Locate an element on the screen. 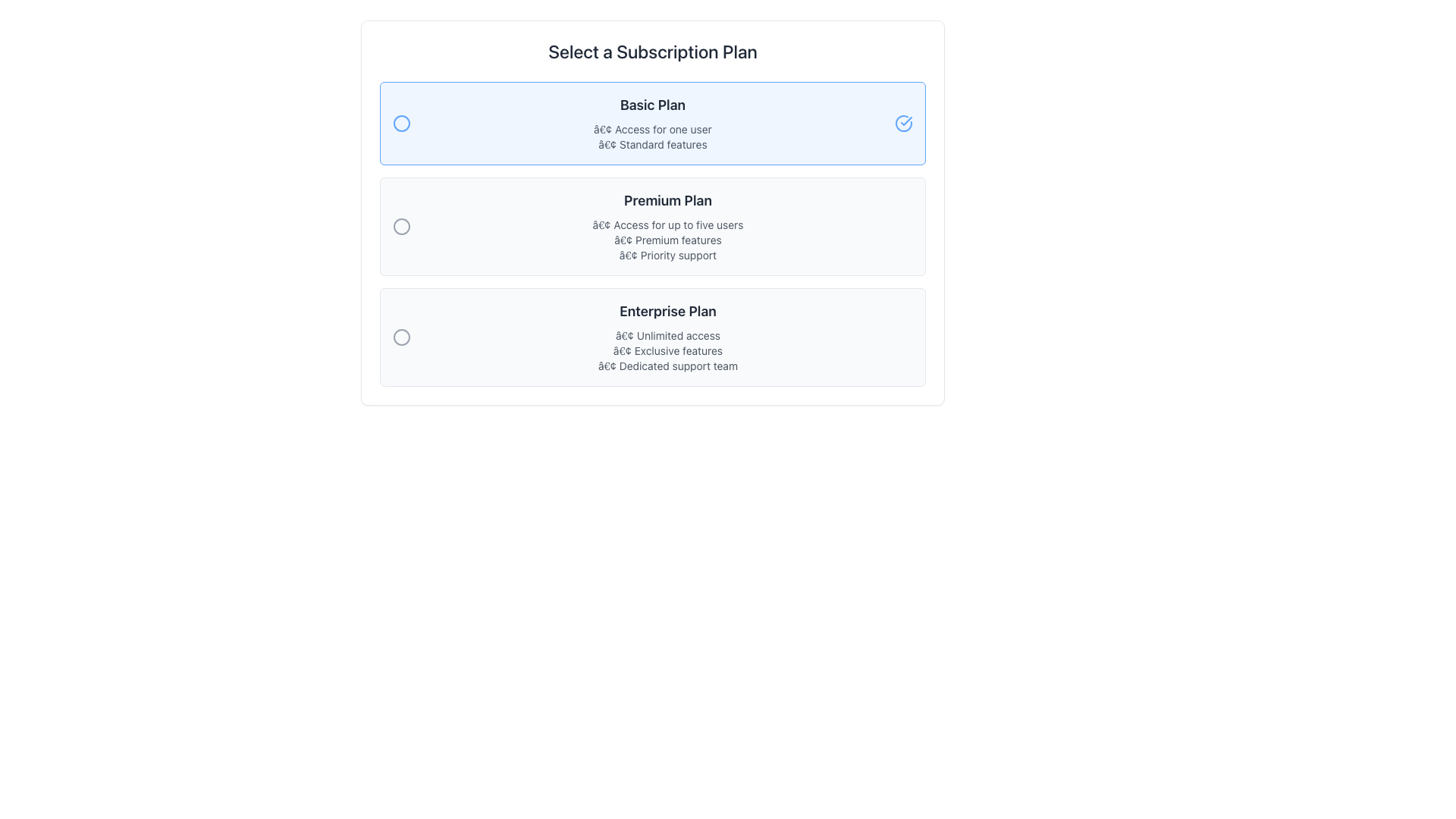 Image resolution: width=1456 pixels, height=819 pixels. the second selectable subscription plan located in the grid layout under the title 'Select a Subscription Plan.' is located at coordinates (652, 234).